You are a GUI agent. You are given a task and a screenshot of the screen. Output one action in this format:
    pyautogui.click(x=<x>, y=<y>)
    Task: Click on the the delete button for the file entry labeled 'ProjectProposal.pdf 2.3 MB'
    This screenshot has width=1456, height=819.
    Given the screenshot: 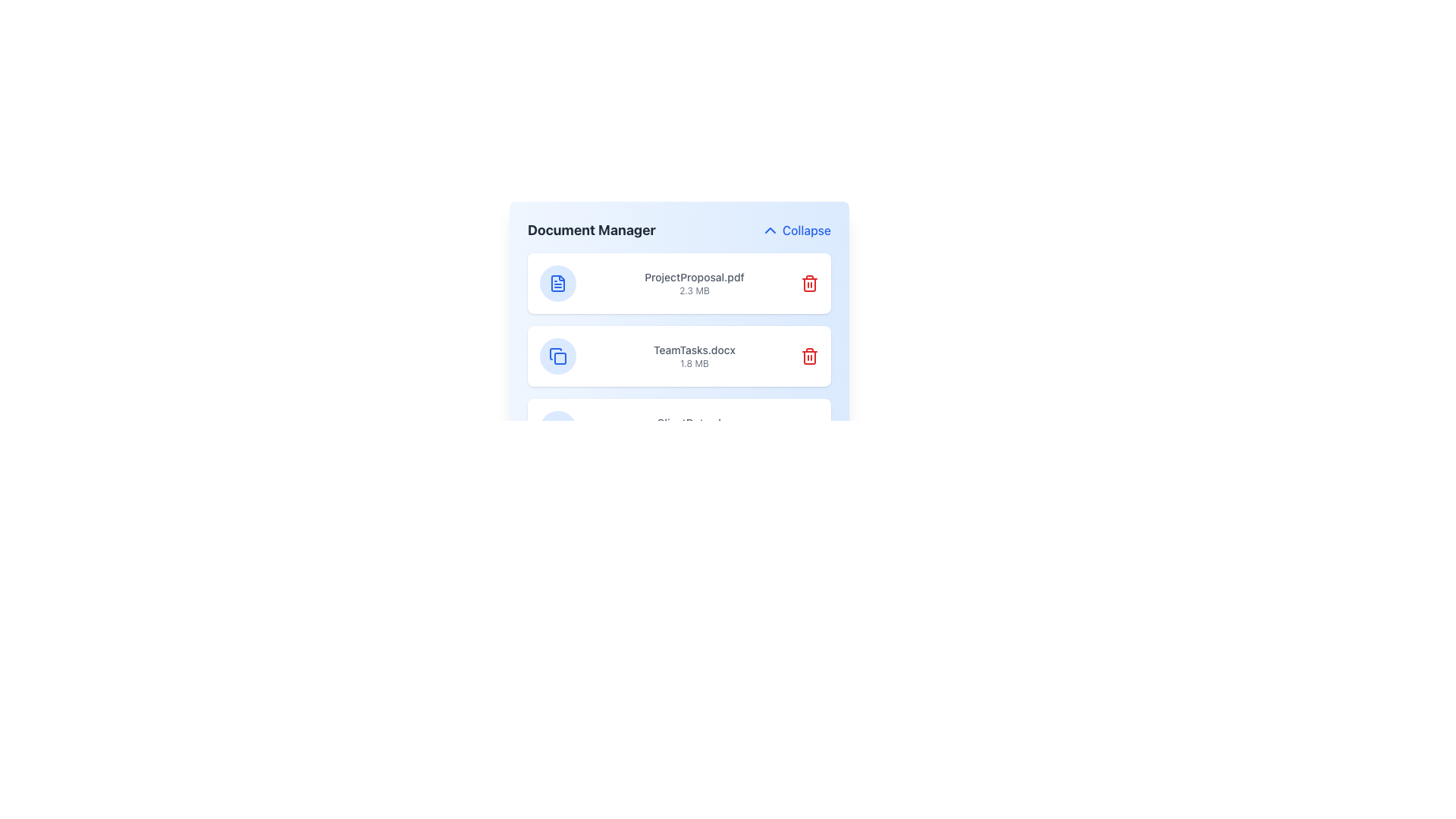 What is the action you would take?
    pyautogui.click(x=809, y=284)
    